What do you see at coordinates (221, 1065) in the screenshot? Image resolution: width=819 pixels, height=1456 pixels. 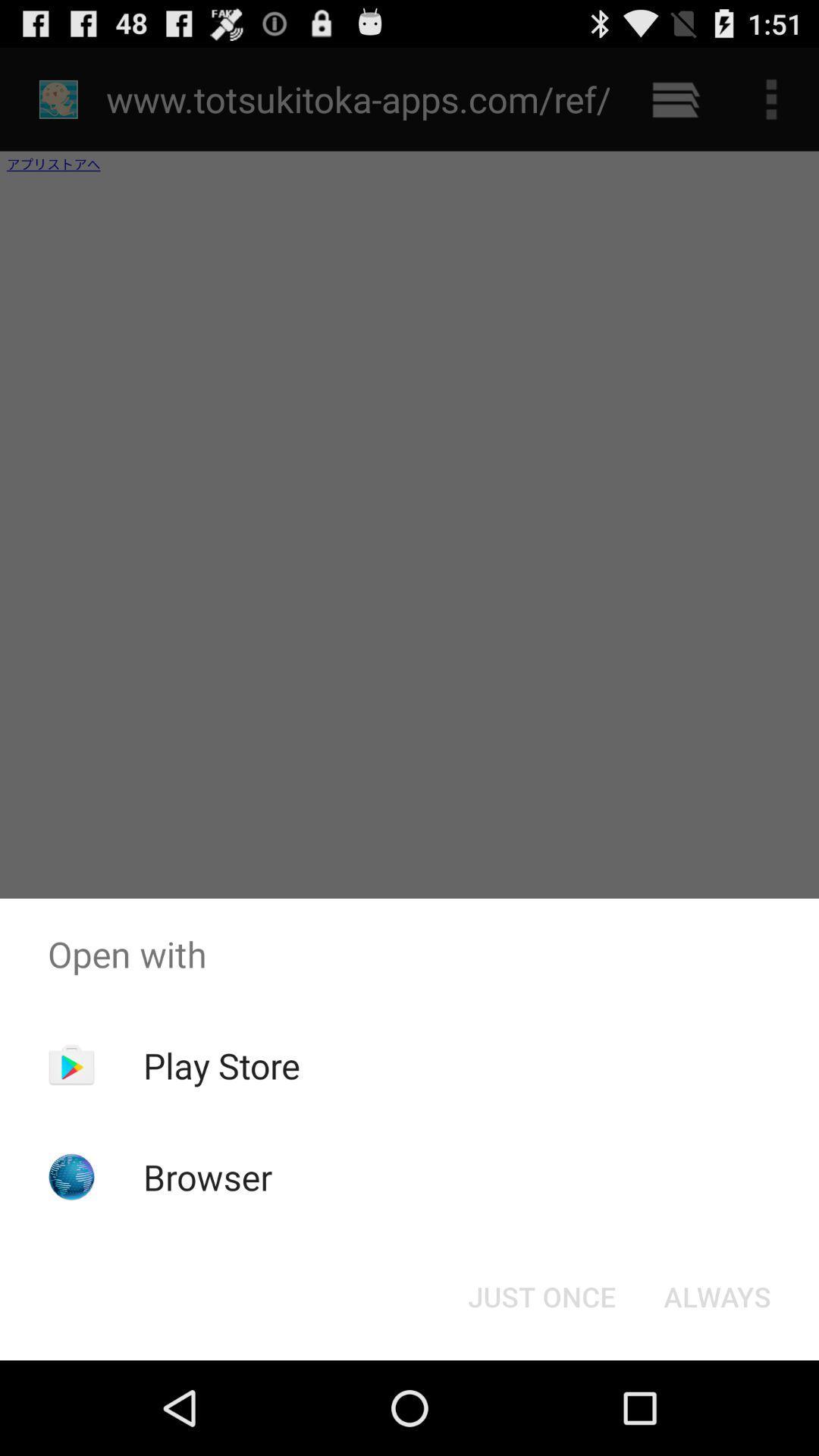 I see `play store app` at bounding box center [221, 1065].